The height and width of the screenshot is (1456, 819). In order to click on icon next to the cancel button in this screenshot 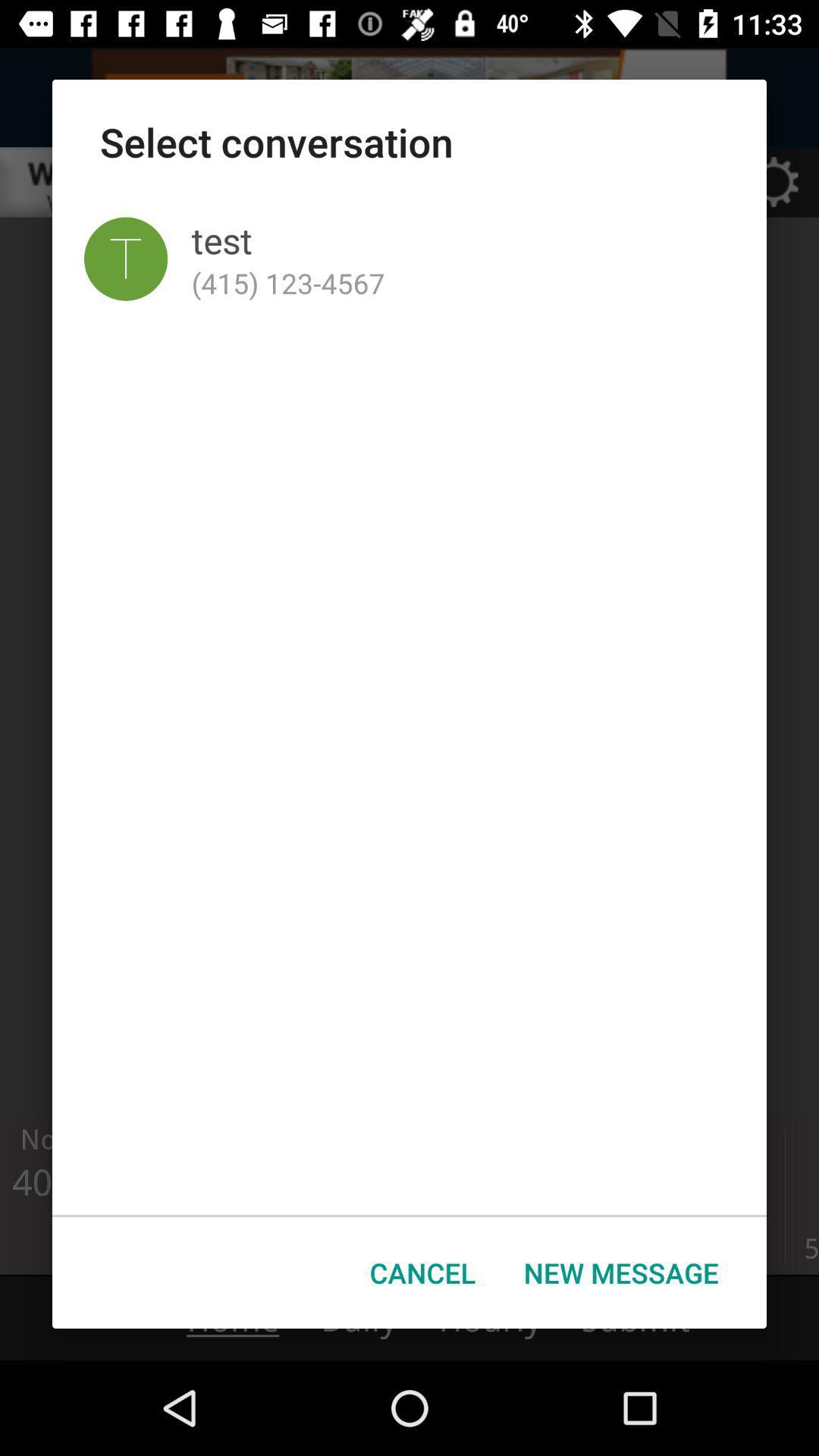, I will do `click(621, 1272)`.